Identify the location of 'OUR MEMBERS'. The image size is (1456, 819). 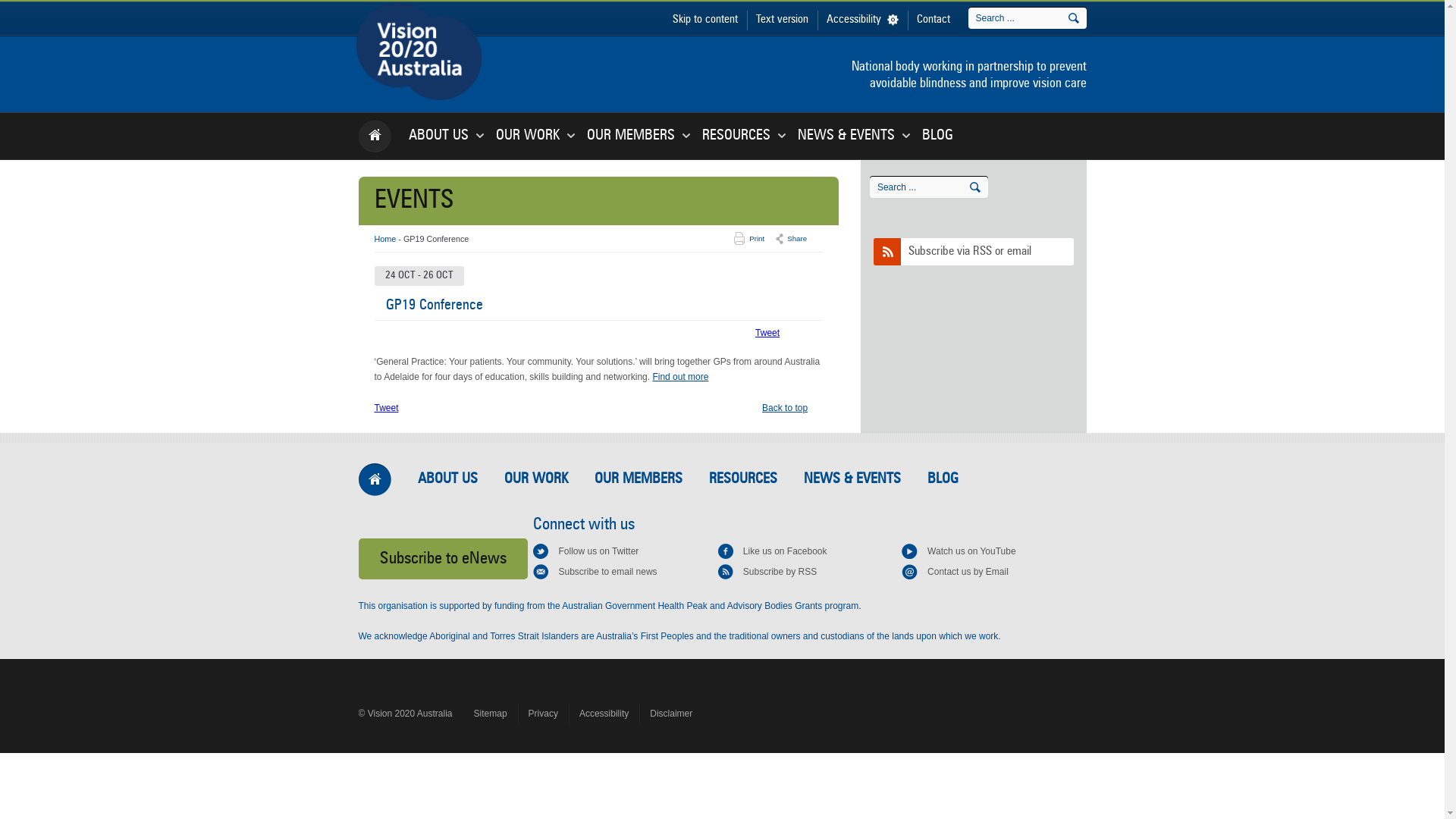
(630, 135).